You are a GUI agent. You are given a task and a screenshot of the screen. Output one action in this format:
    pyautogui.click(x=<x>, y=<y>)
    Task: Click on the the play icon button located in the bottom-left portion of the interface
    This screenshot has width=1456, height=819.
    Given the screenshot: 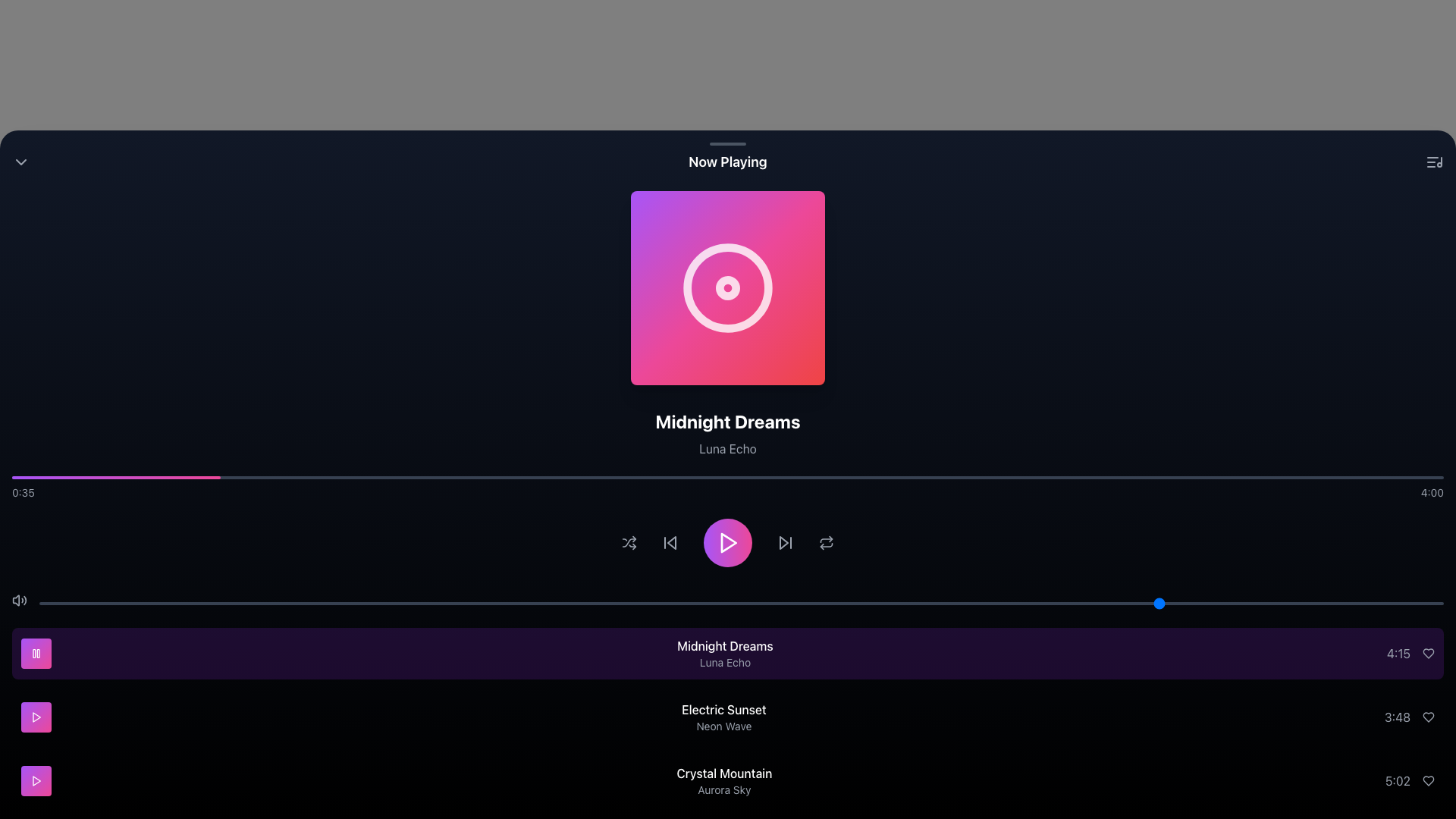 What is the action you would take?
    pyautogui.click(x=36, y=717)
    